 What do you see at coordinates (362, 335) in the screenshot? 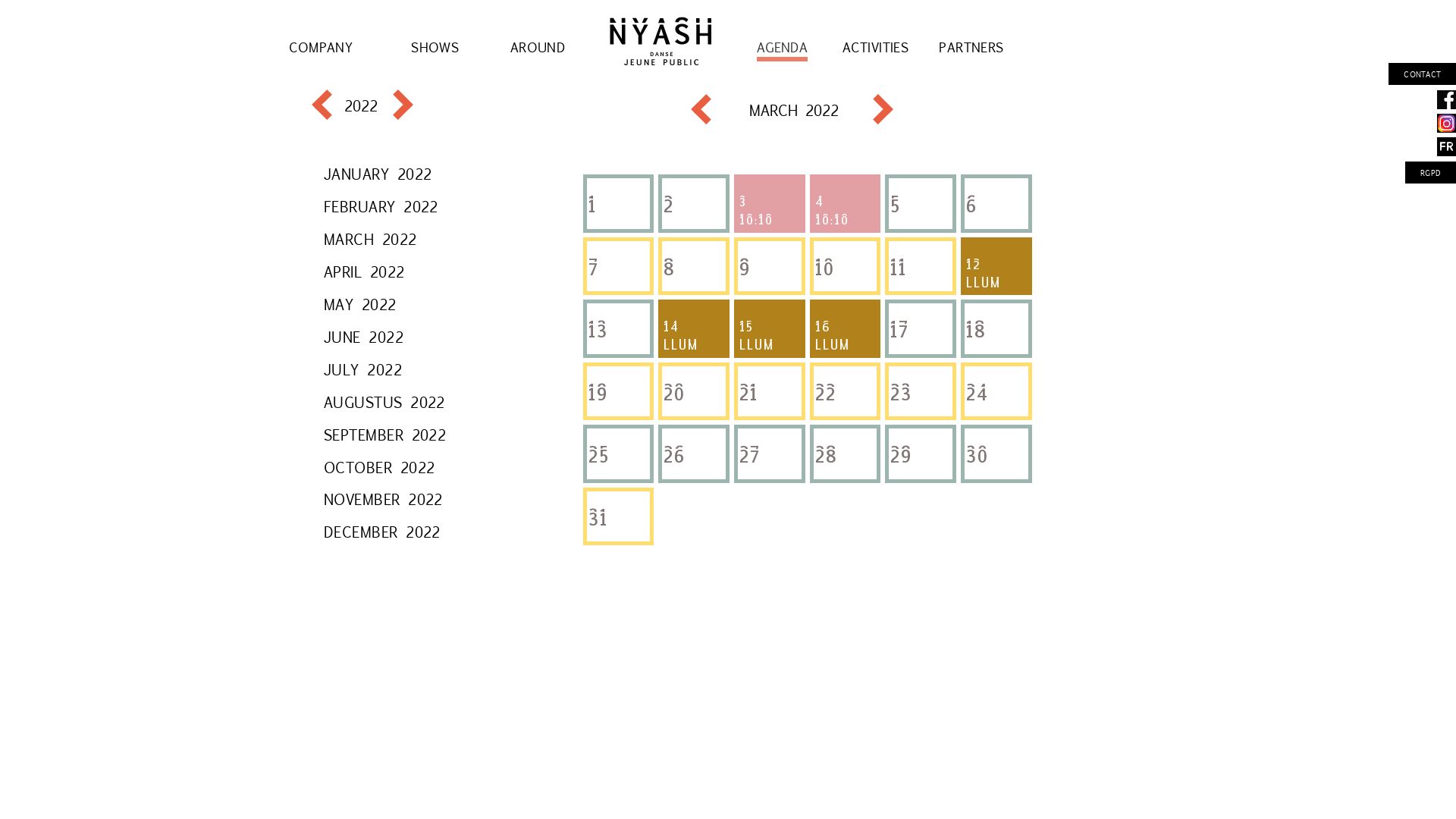
I see `'JUNE 2022'` at bounding box center [362, 335].